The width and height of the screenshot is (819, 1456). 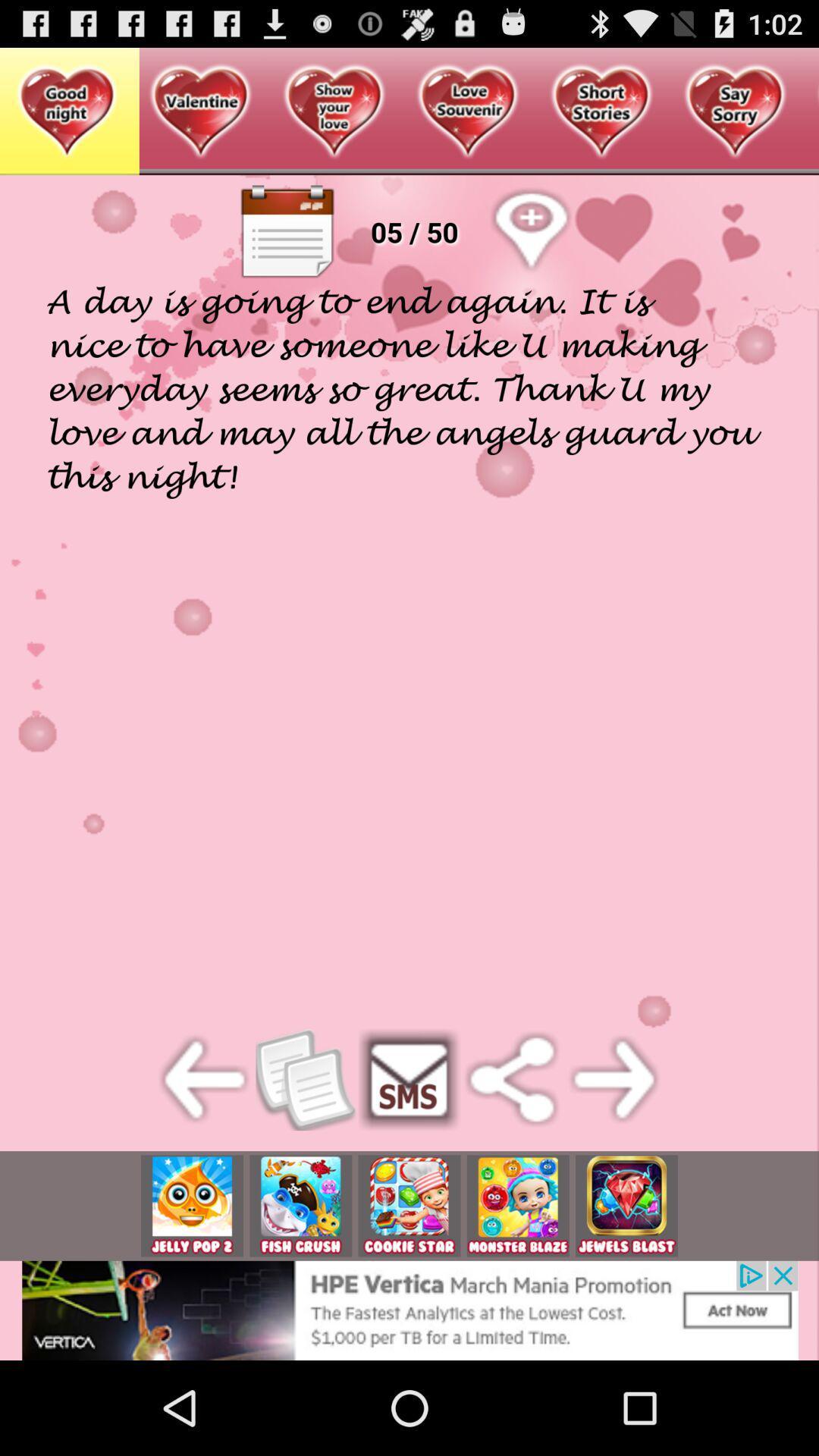 I want to click on share button, so click(x=512, y=1079).